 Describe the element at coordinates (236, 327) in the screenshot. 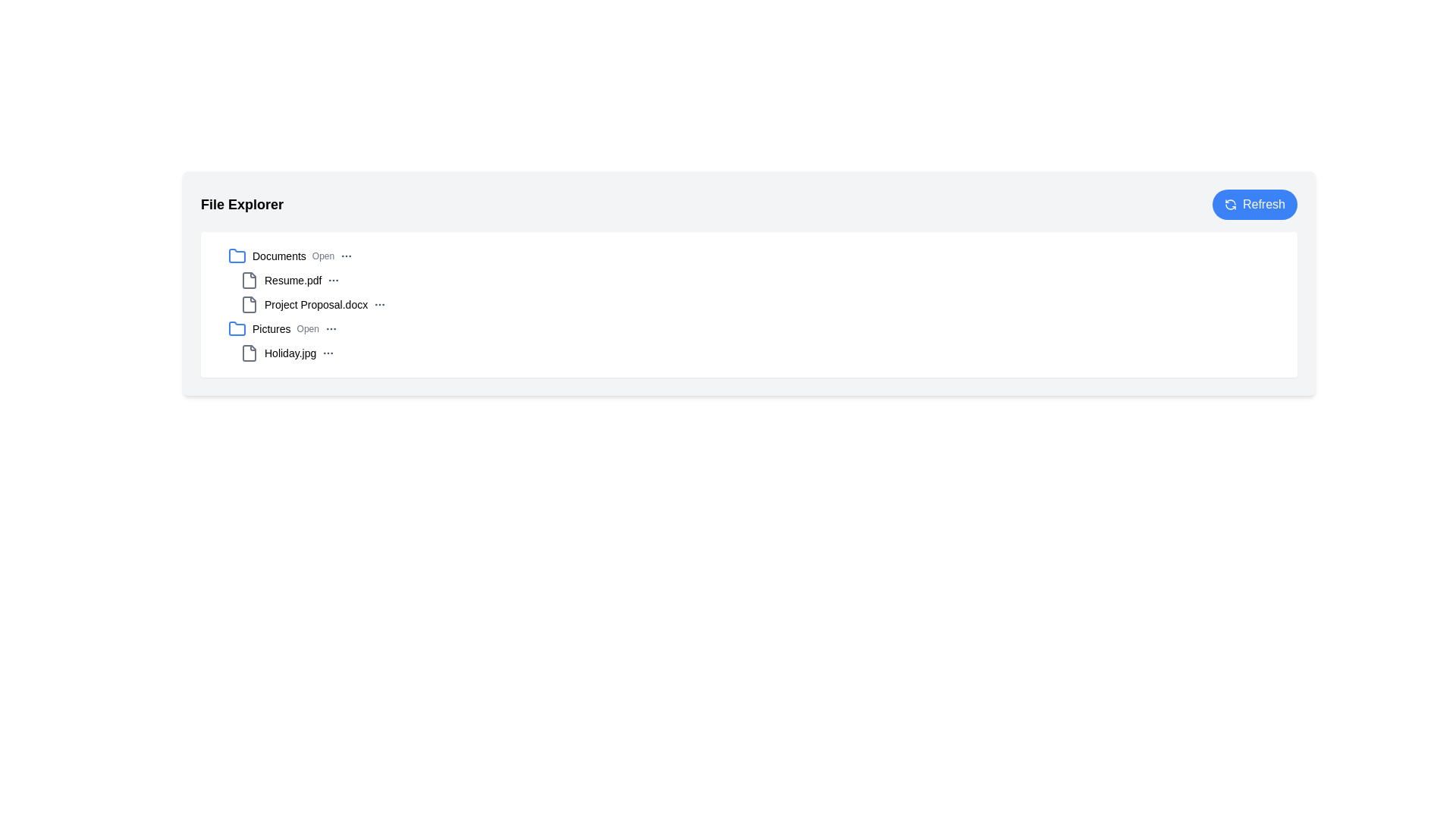

I see `the folder icon representing the 'Pictures' folder in the file explorer` at that location.